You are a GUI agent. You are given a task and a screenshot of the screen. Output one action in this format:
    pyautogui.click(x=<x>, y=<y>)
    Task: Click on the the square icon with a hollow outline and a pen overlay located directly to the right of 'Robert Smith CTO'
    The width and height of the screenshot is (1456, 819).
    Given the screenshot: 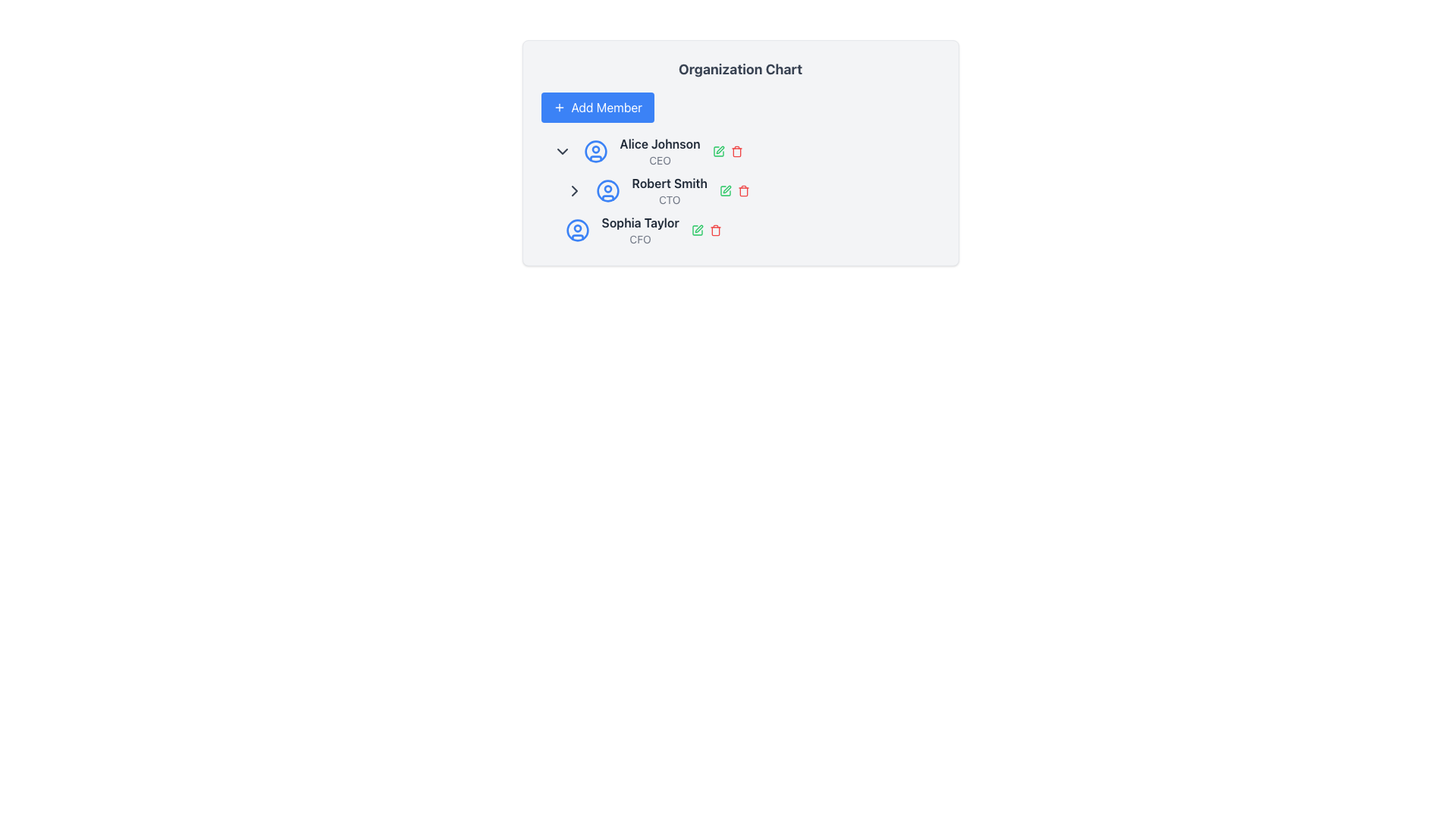 What is the action you would take?
    pyautogui.click(x=717, y=152)
    